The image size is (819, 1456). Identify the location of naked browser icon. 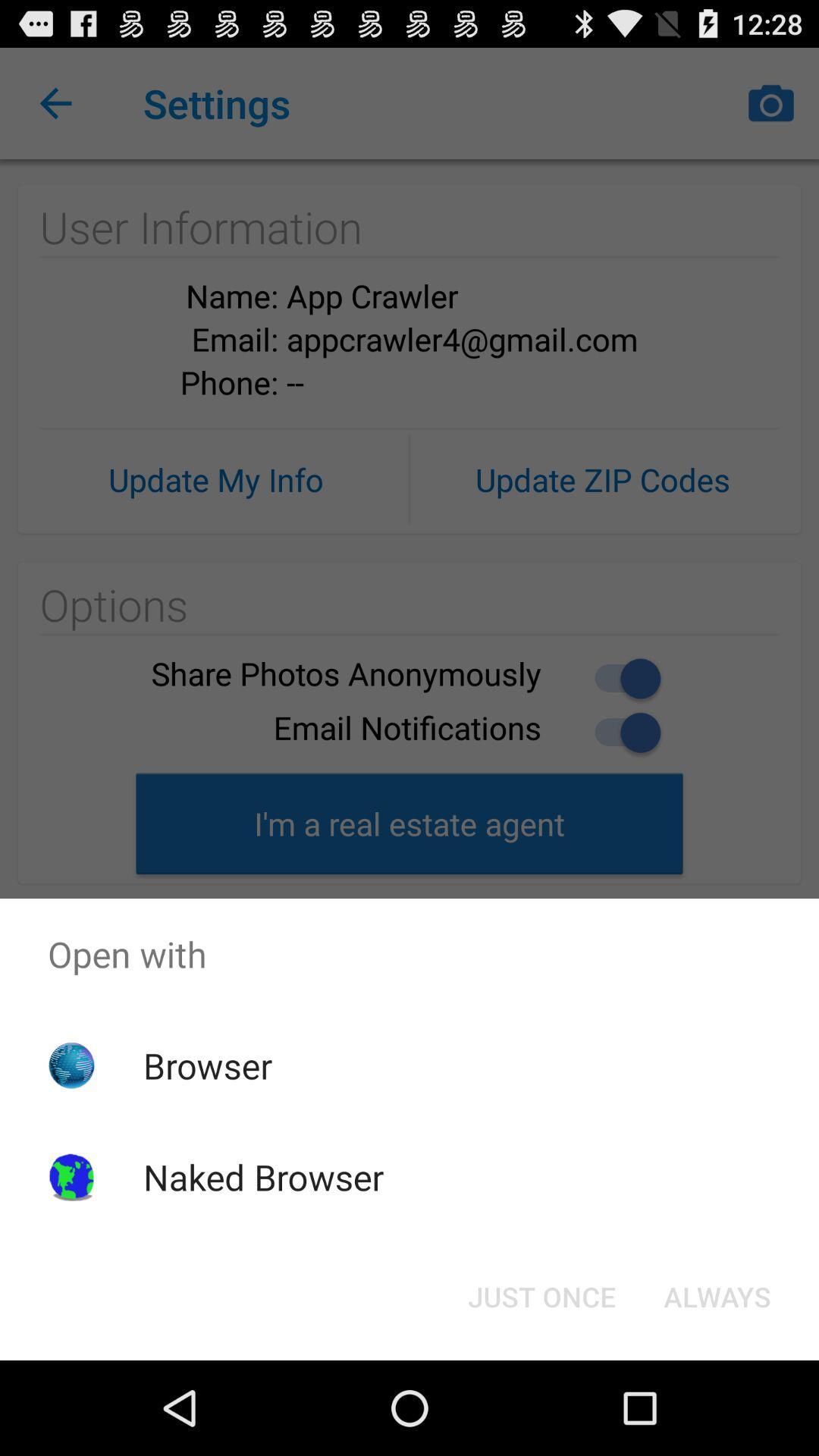
(262, 1176).